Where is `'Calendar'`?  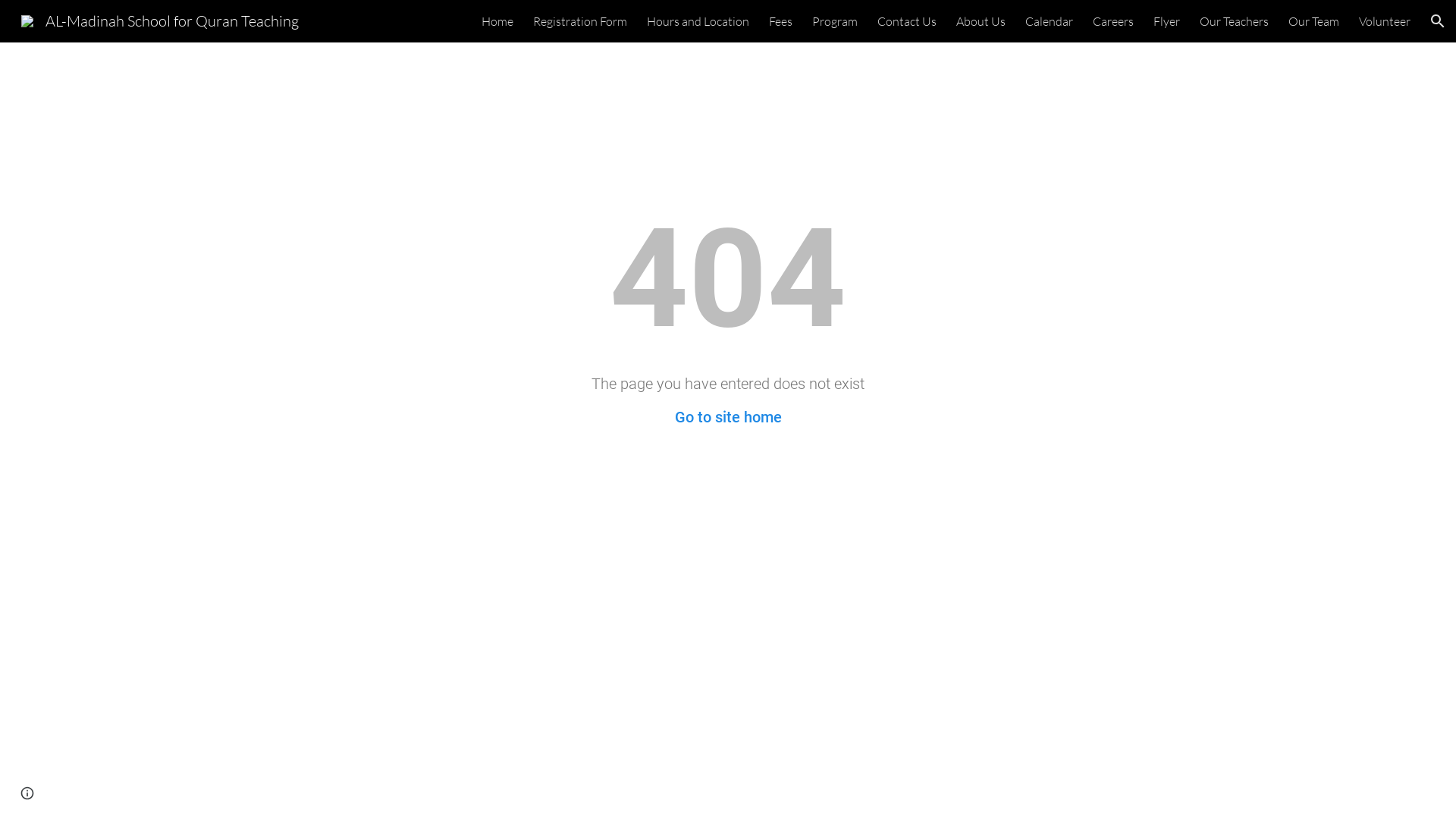
'Calendar' is located at coordinates (1048, 20).